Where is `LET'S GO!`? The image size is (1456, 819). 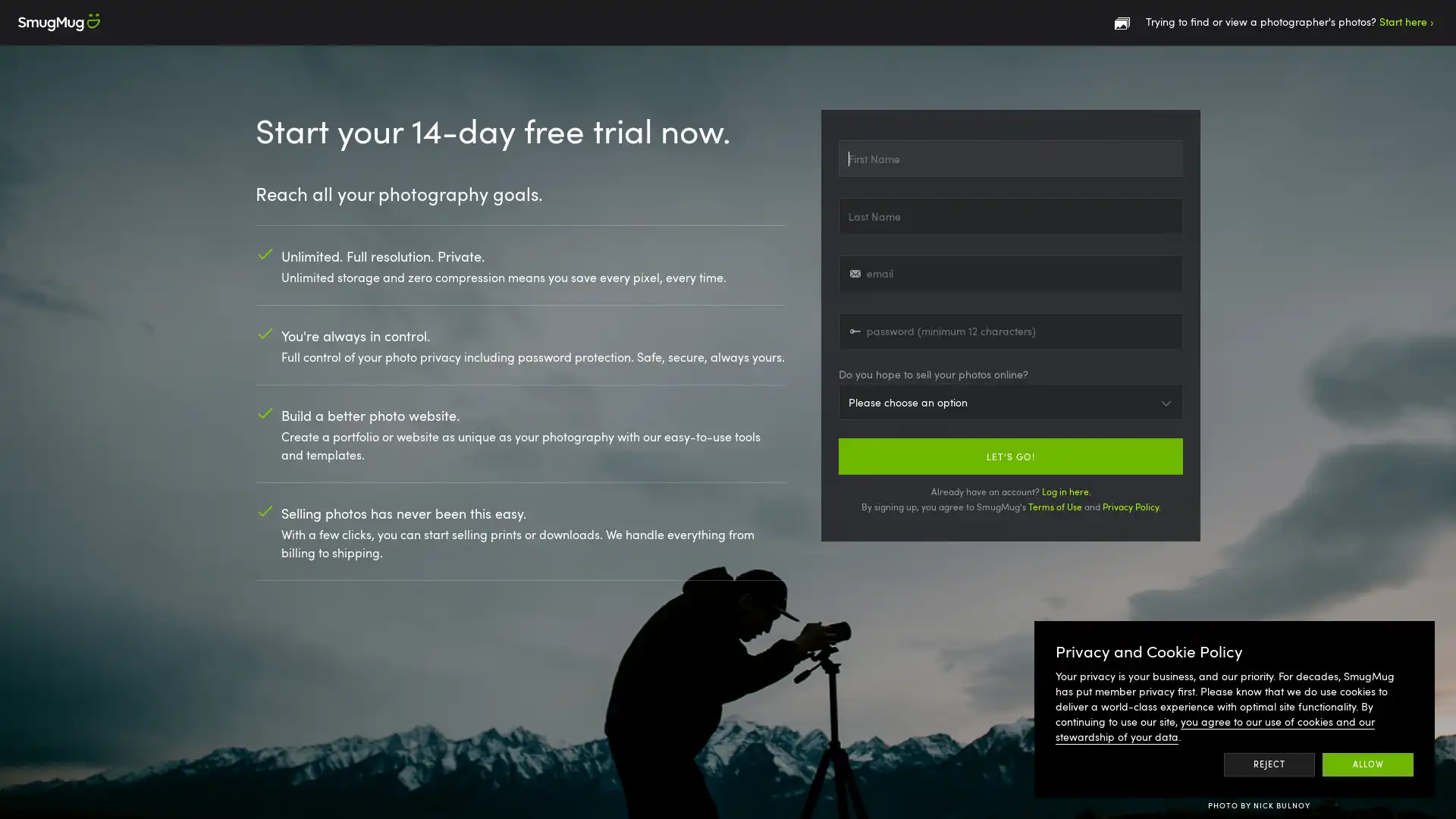
LET'S GO! is located at coordinates (1011, 455).